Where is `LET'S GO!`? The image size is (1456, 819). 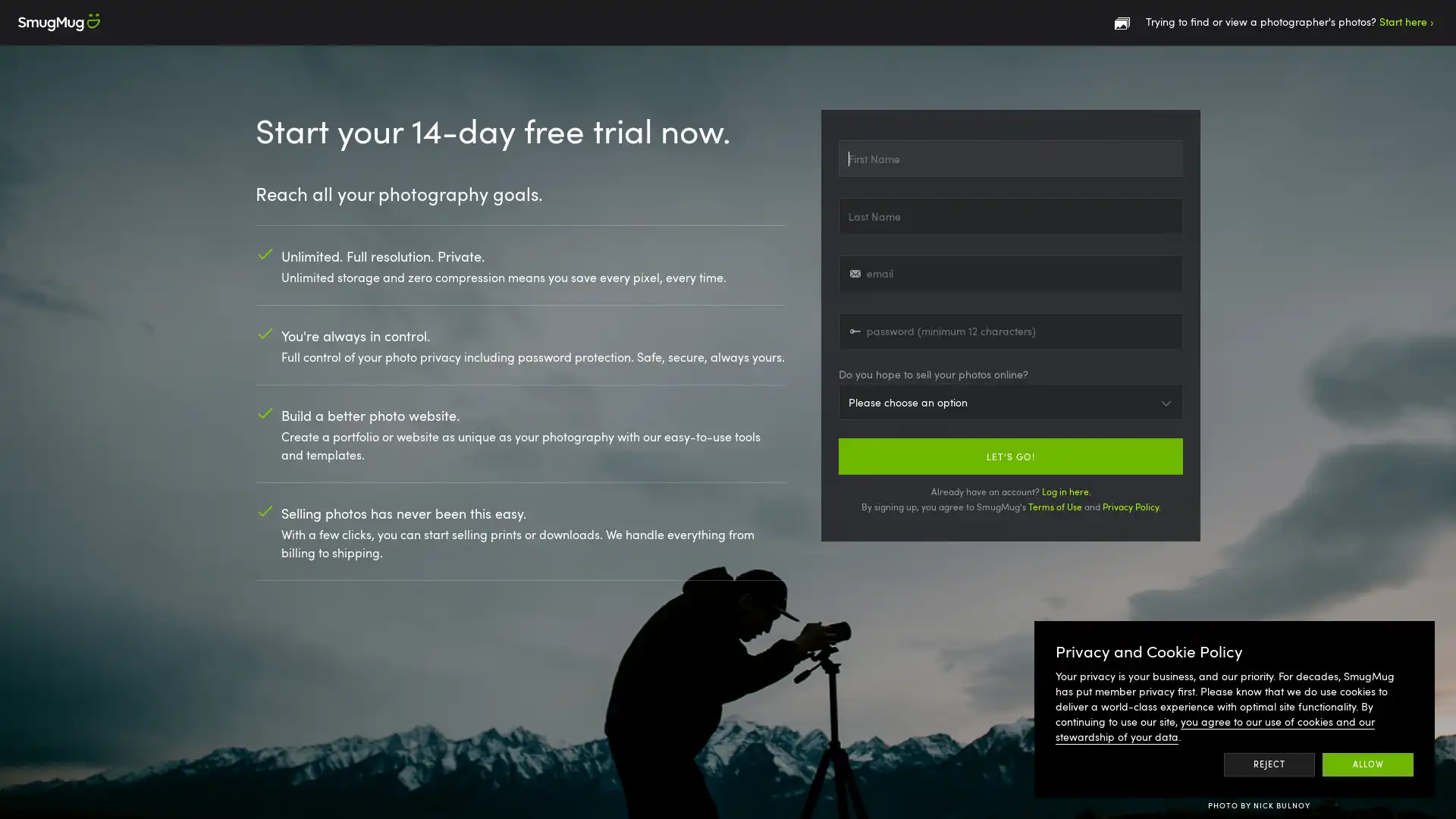
LET'S GO! is located at coordinates (1011, 455).